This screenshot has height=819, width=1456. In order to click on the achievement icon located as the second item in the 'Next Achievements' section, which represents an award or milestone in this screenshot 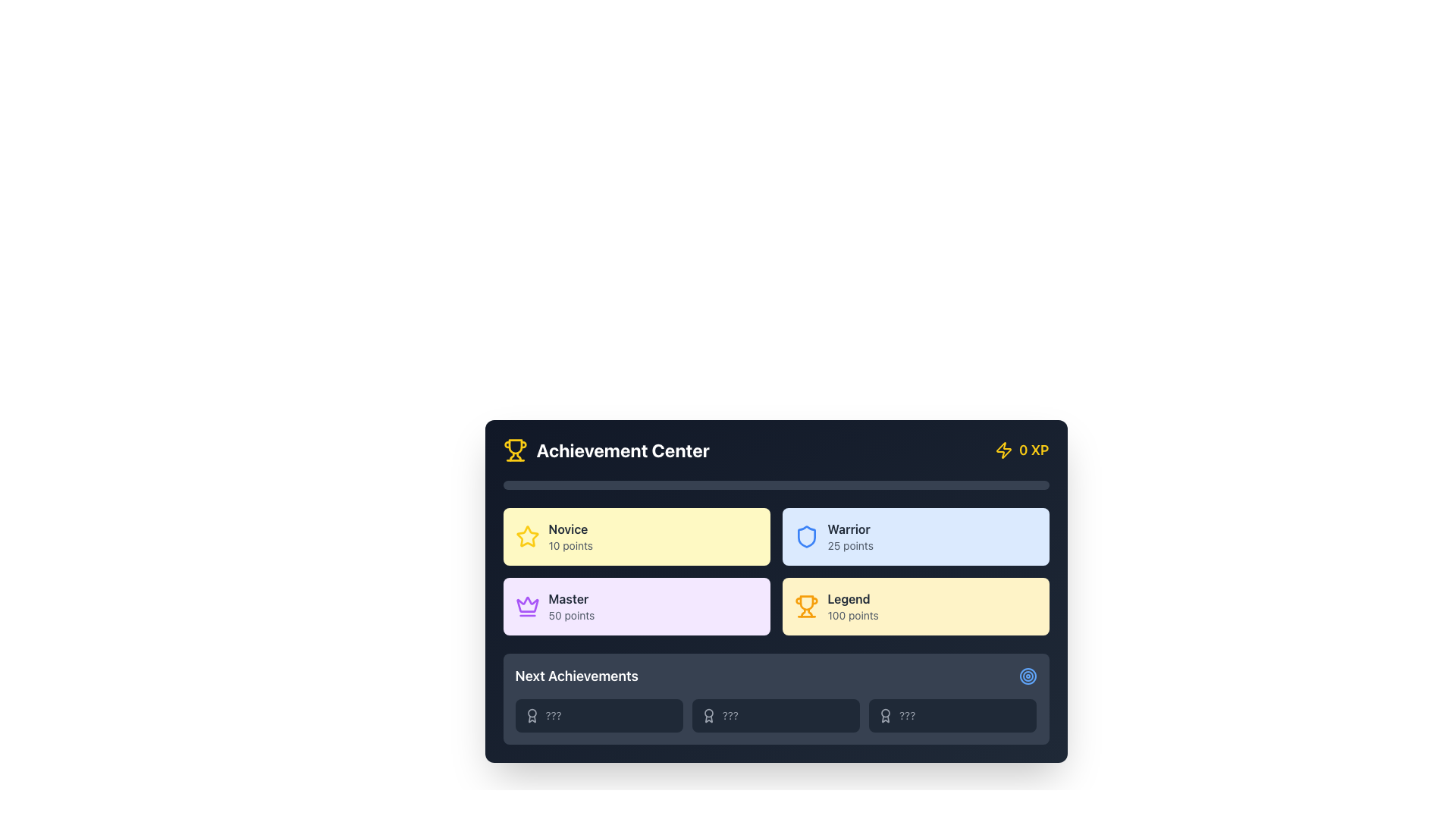, I will do `click(708, 716)`.